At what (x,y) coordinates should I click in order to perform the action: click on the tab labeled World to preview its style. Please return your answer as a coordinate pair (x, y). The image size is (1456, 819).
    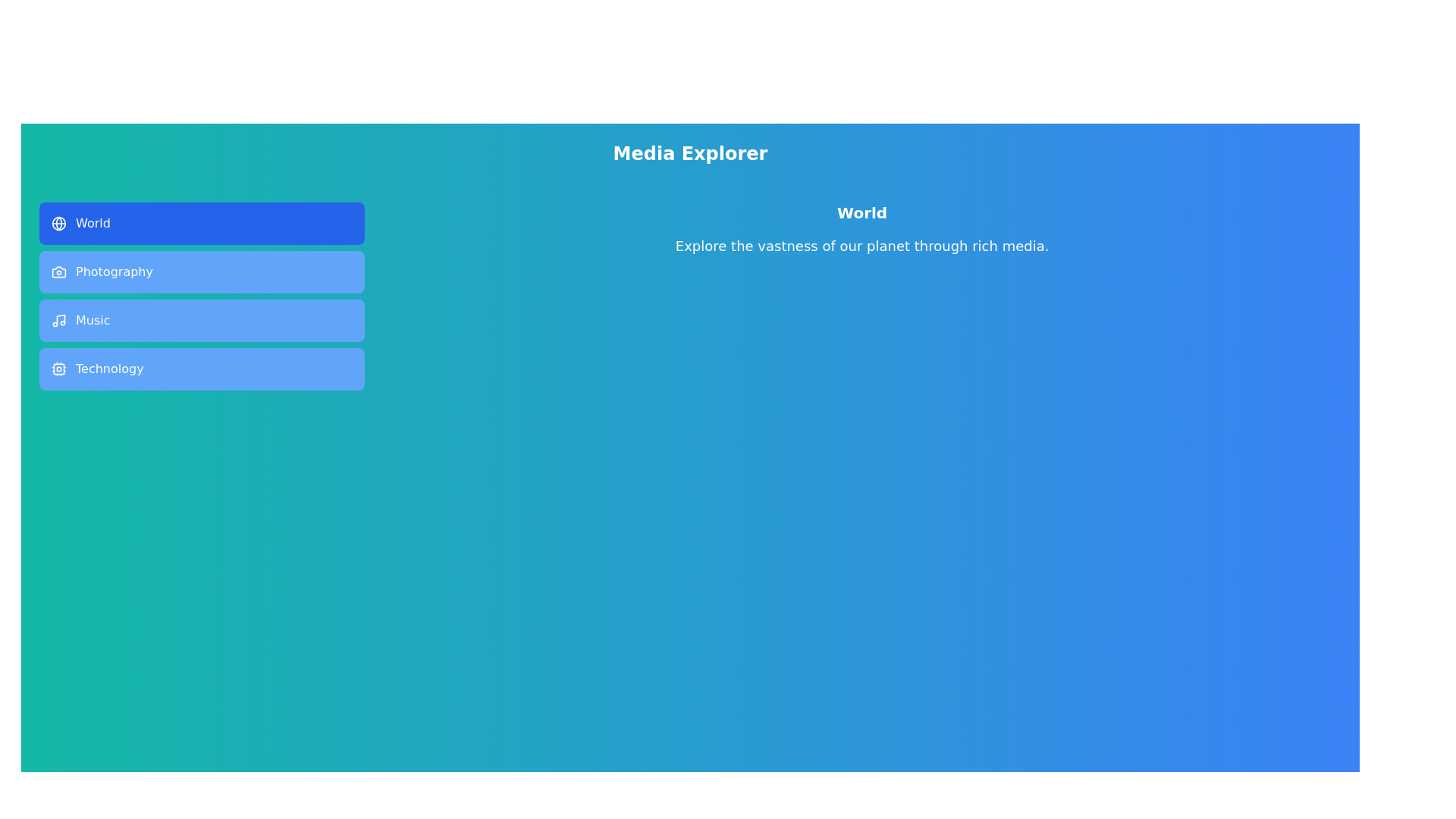
    Looking at the image, I should click on (201, 223).